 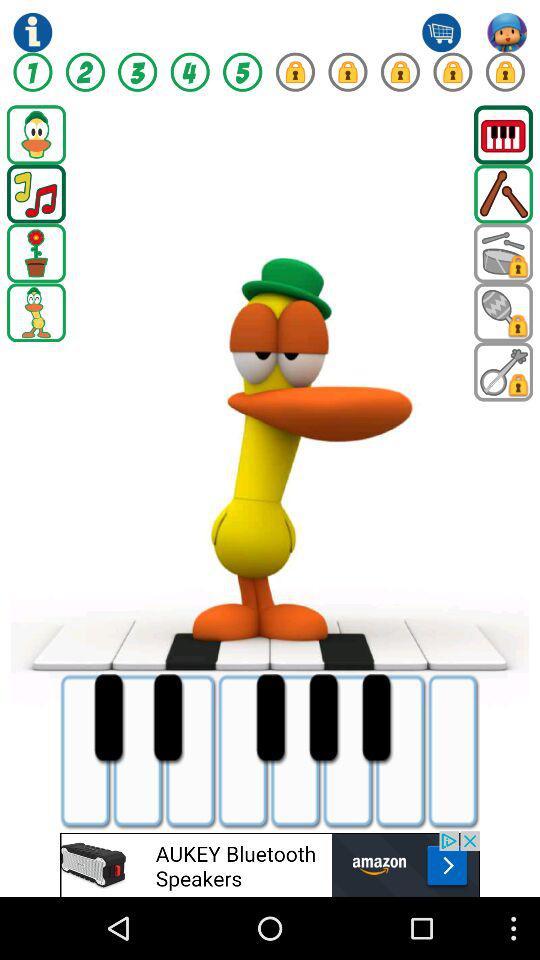 What do you see at coordinates (507, 31) in the screenshot?
I see `open account menu` at bounding box center [507, 31].